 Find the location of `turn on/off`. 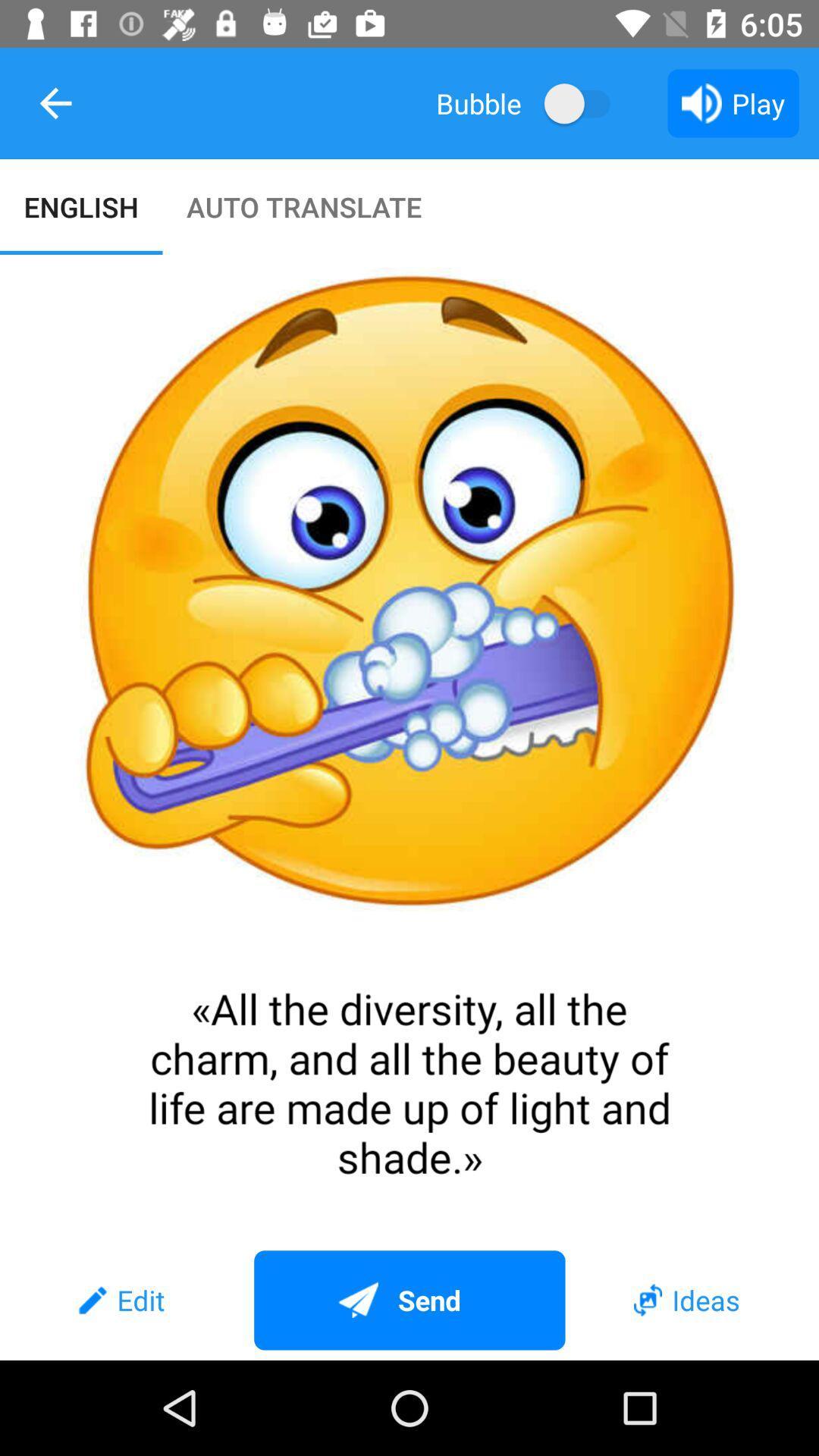

turn on/off is located at coordinates (584, 102).